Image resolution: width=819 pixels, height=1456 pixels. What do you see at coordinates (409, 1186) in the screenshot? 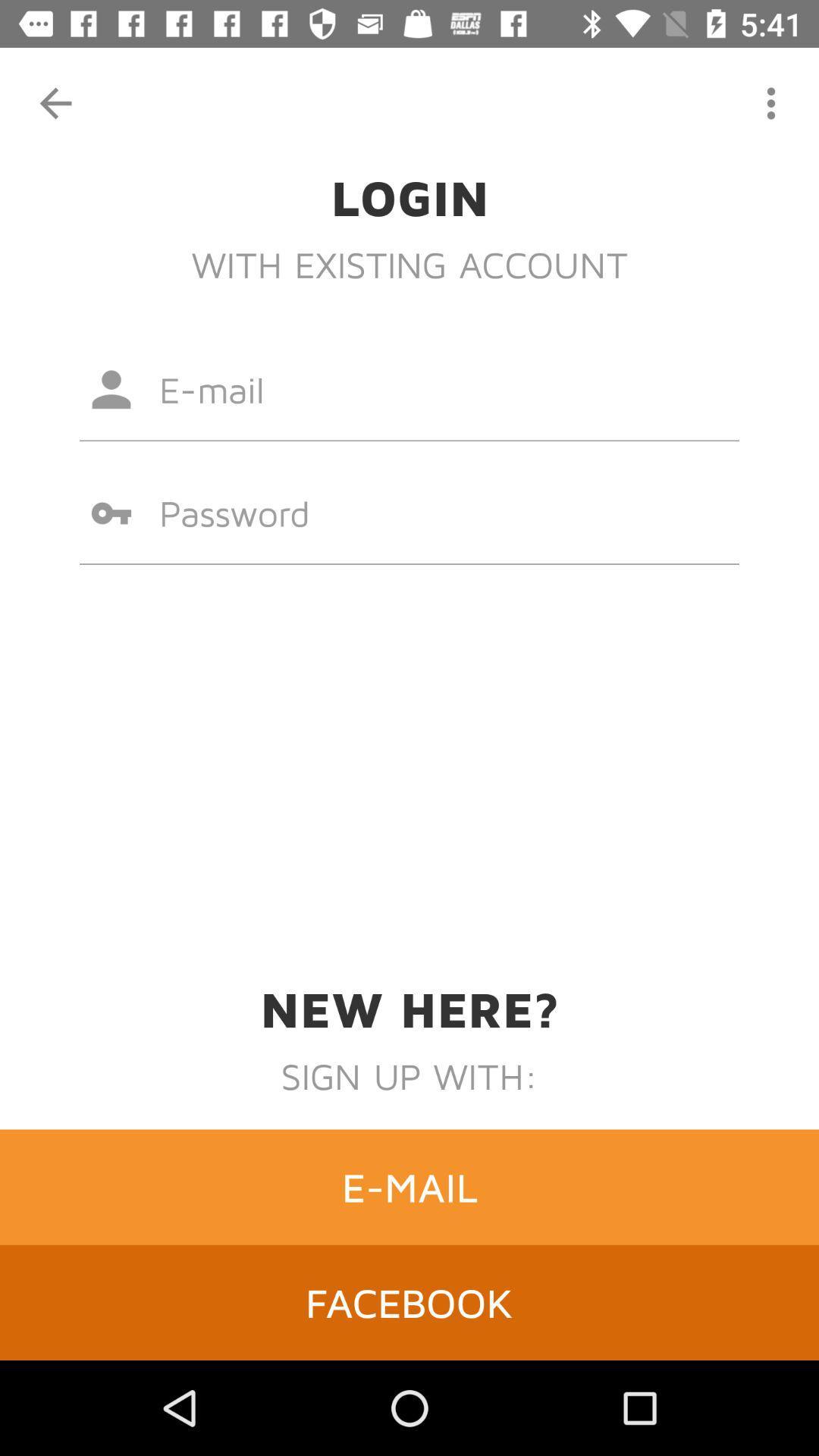
I see `the item above facebook` at bounding box center [409, 1186].